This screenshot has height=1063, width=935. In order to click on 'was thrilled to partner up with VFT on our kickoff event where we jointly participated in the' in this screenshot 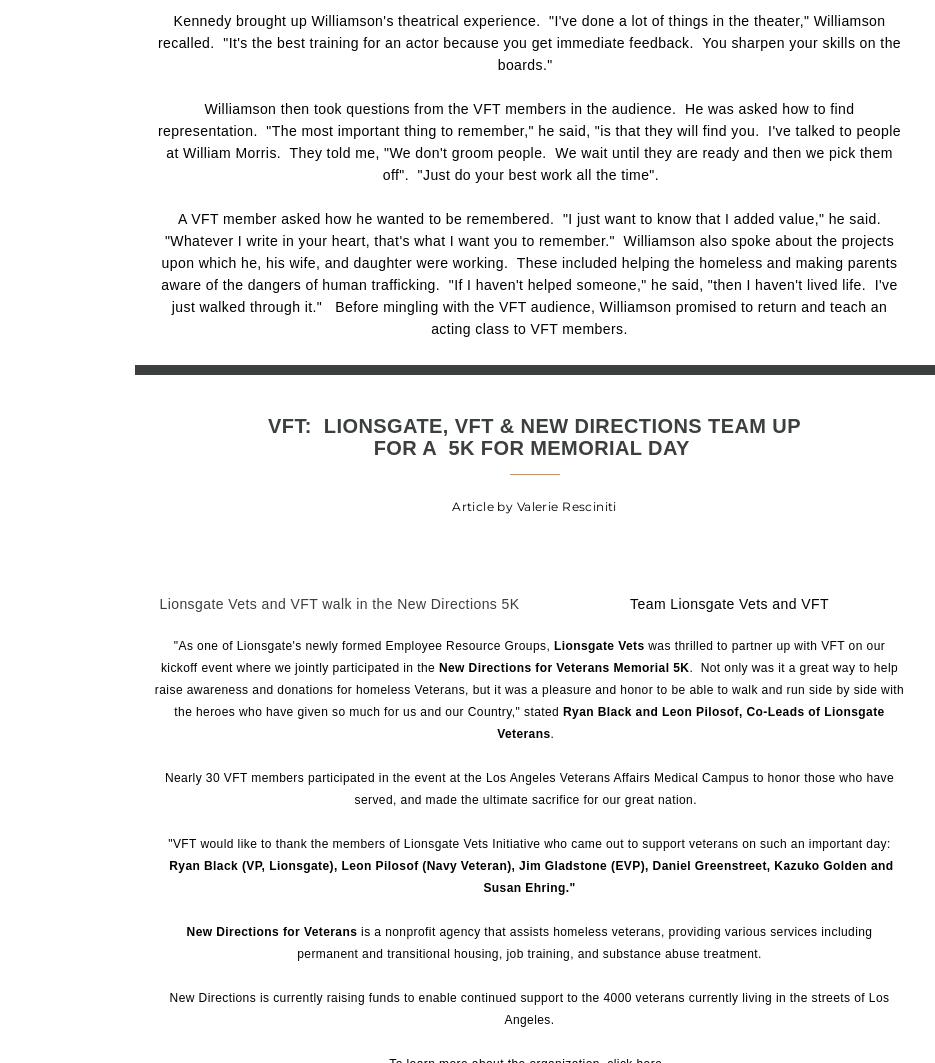, I will do `click(521, 656)`.